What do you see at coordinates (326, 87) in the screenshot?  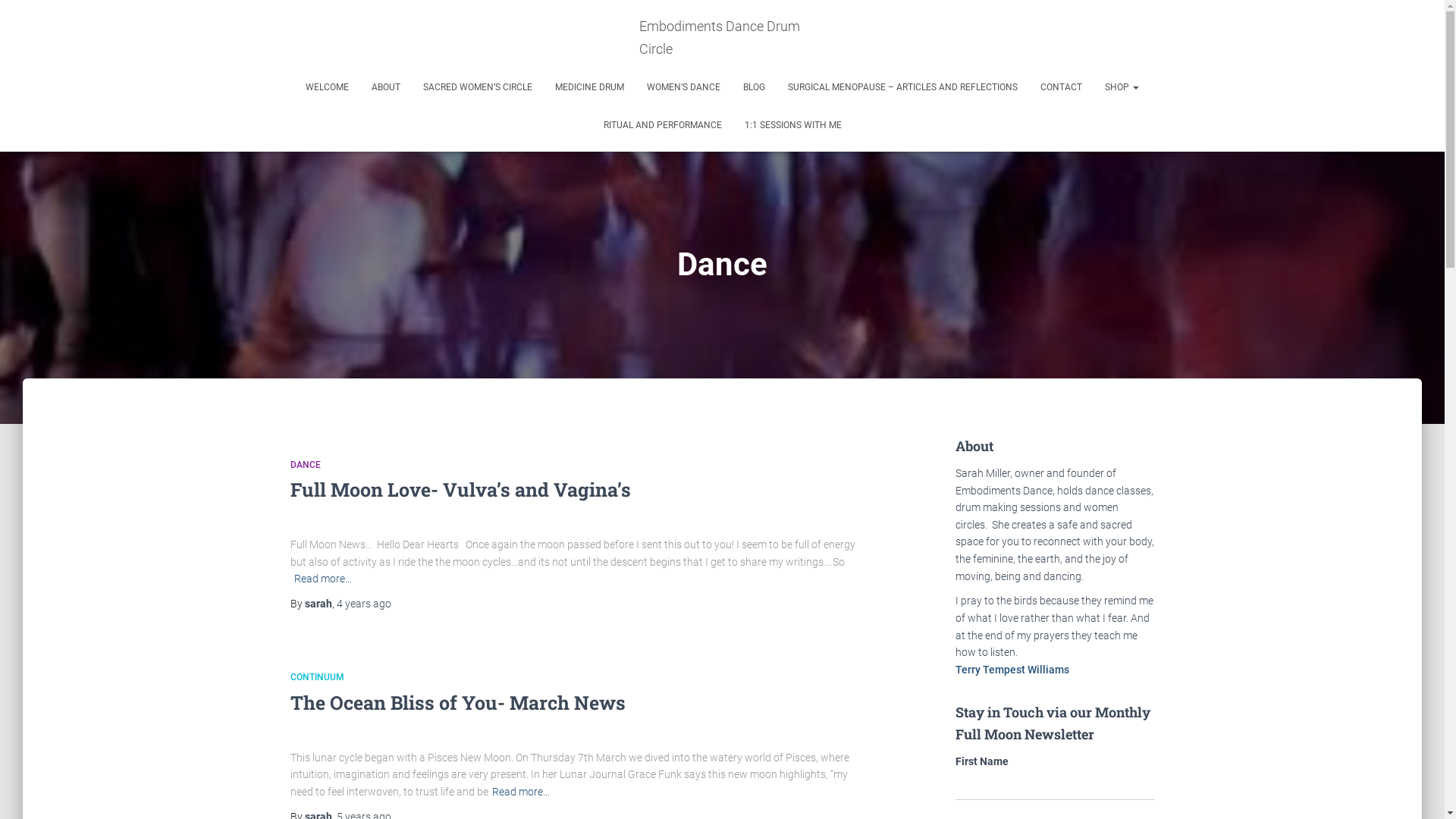 I see `'WELCOME'` at bounding box center [326, 87].